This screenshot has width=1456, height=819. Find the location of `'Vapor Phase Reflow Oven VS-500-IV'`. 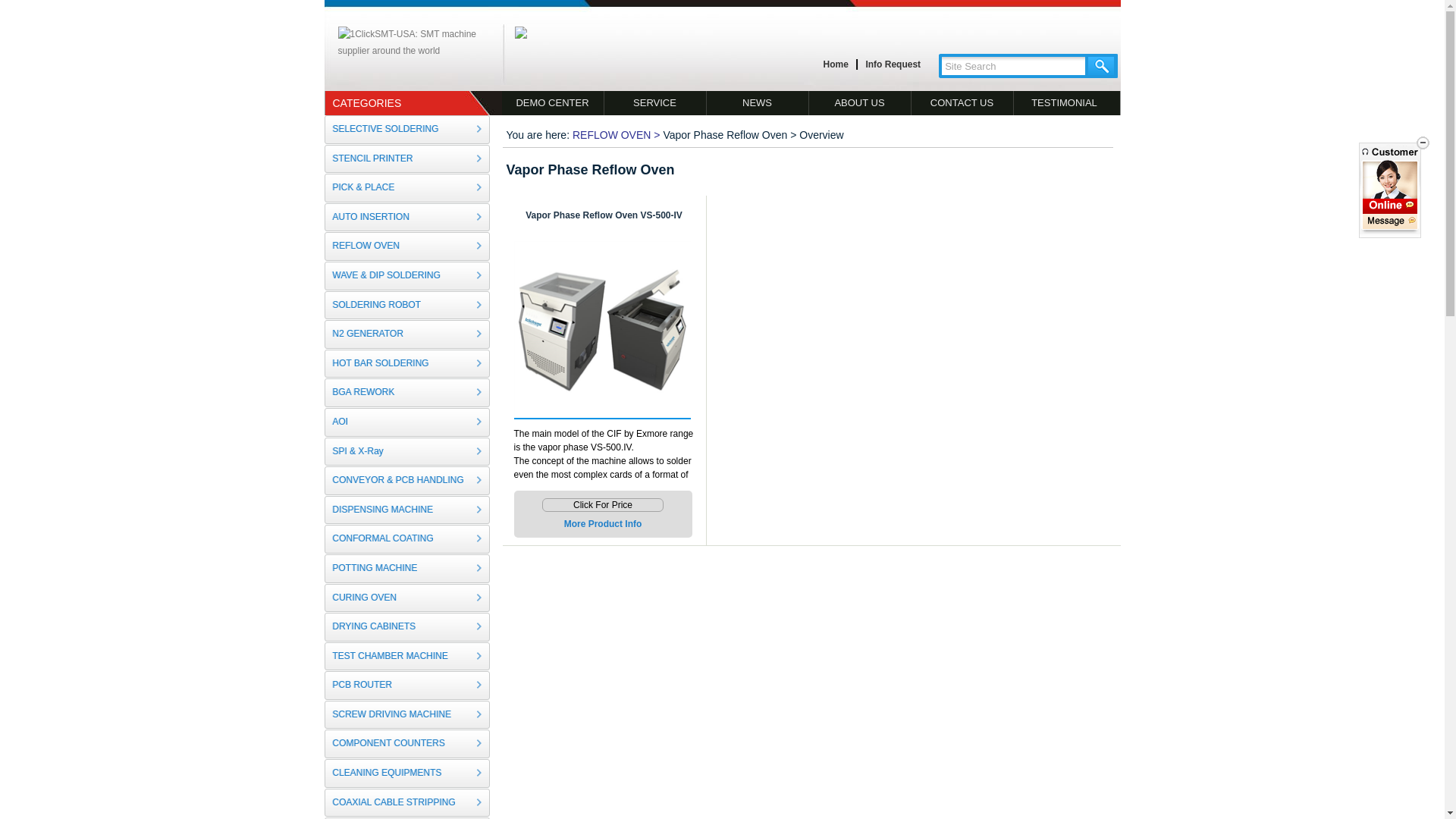

'Vapor Phase Reflow Oven VS-500-IV' is located at coordinates (603, 215).